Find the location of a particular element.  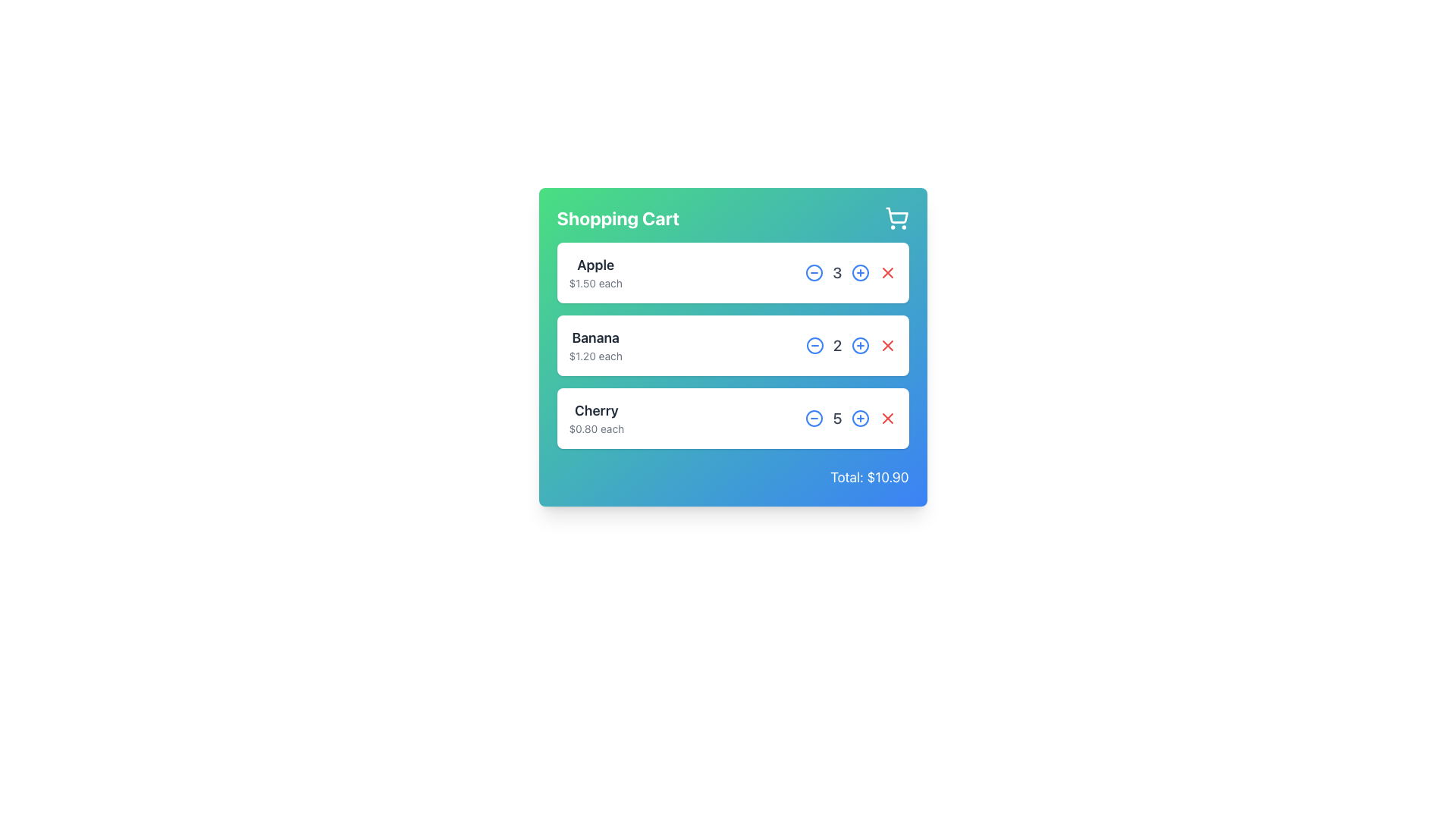

the circular outline icon in the second row of the shopping cart list, which is positioned to the left of the 'X' icon and right of the quantity adjusters is located at coordinates (860, 345).